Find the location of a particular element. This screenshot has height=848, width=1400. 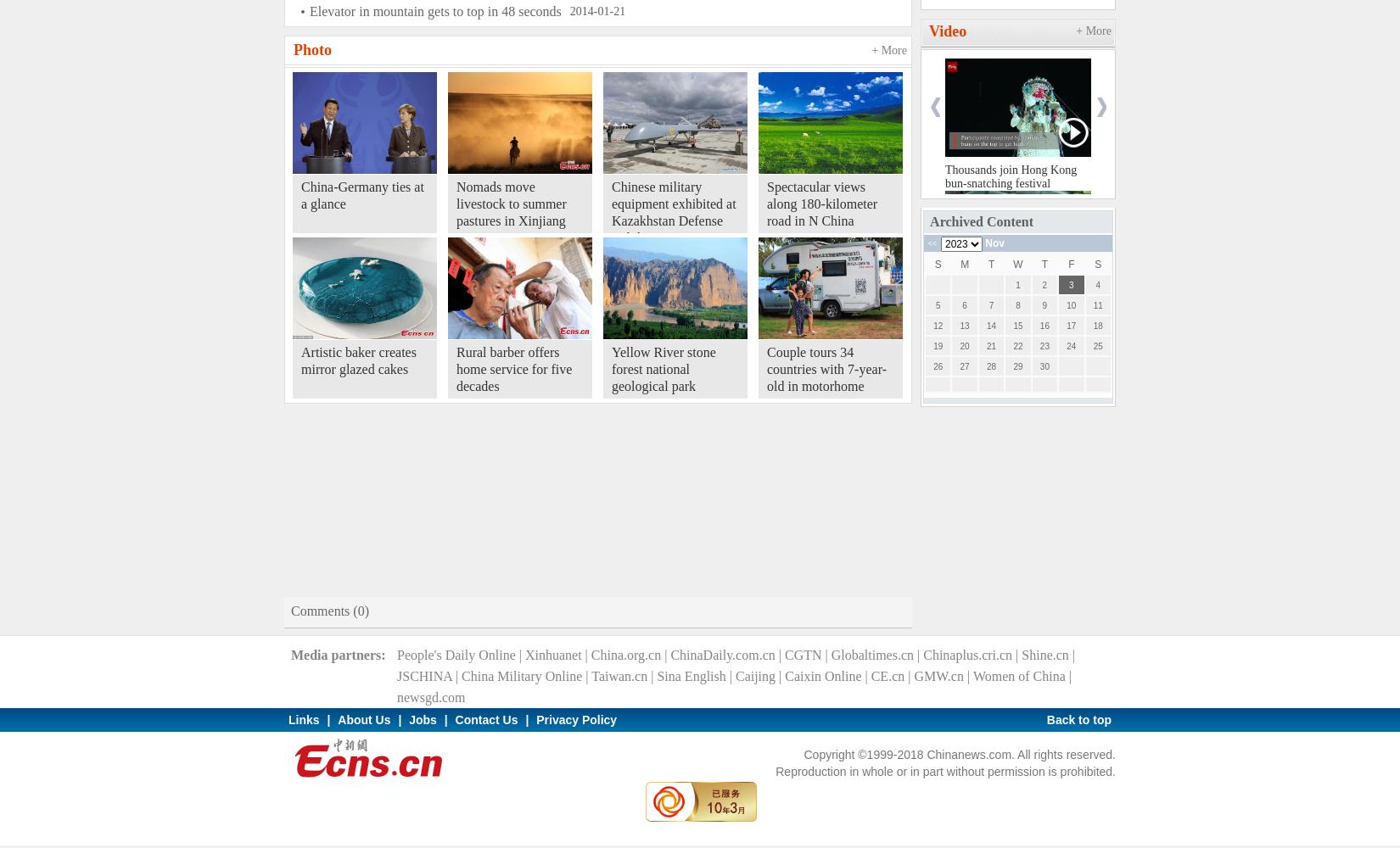

'About Us' is located at coordinates (363, 719).